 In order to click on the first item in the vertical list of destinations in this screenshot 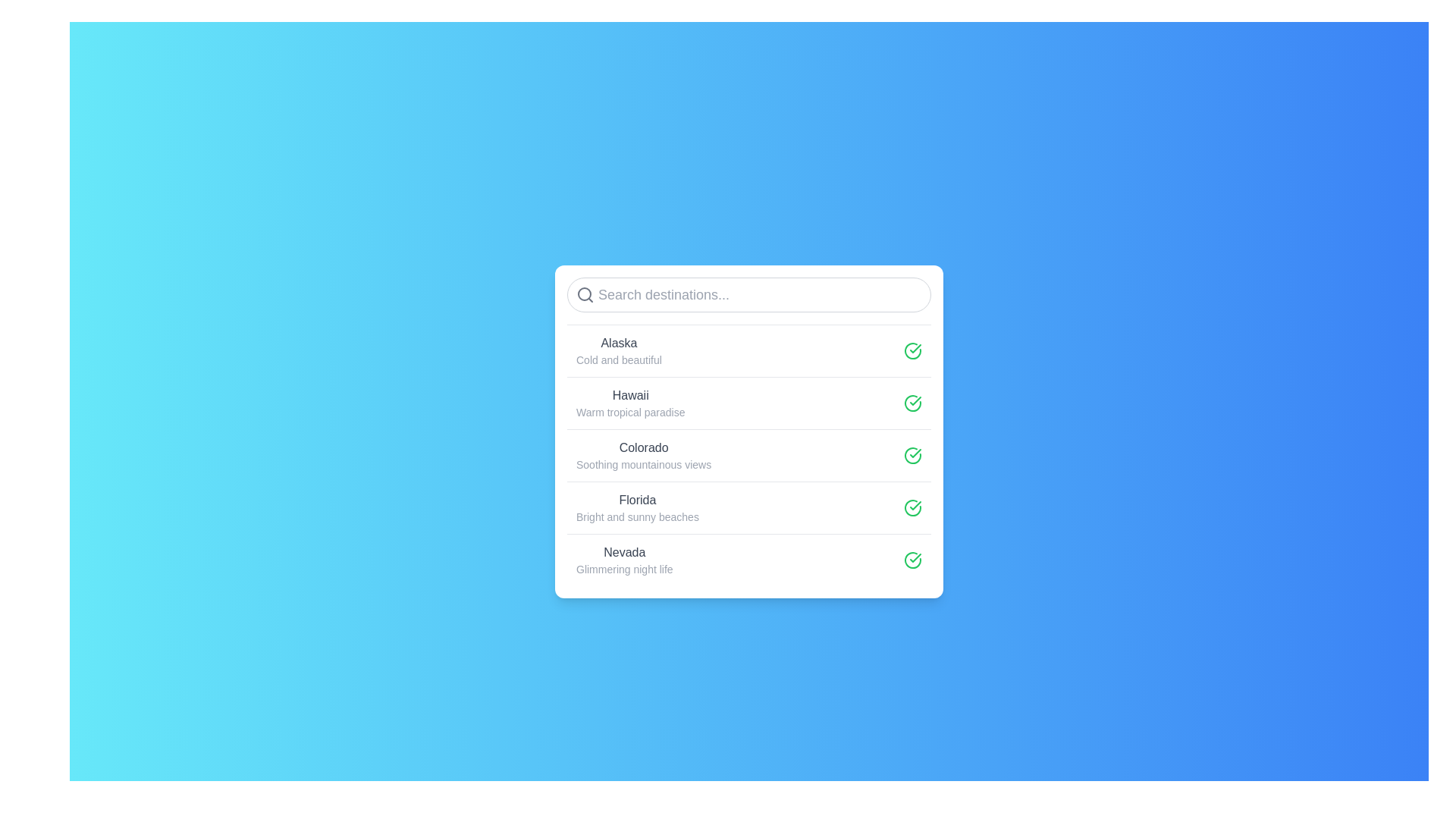, I will do `click(749, 350)`.